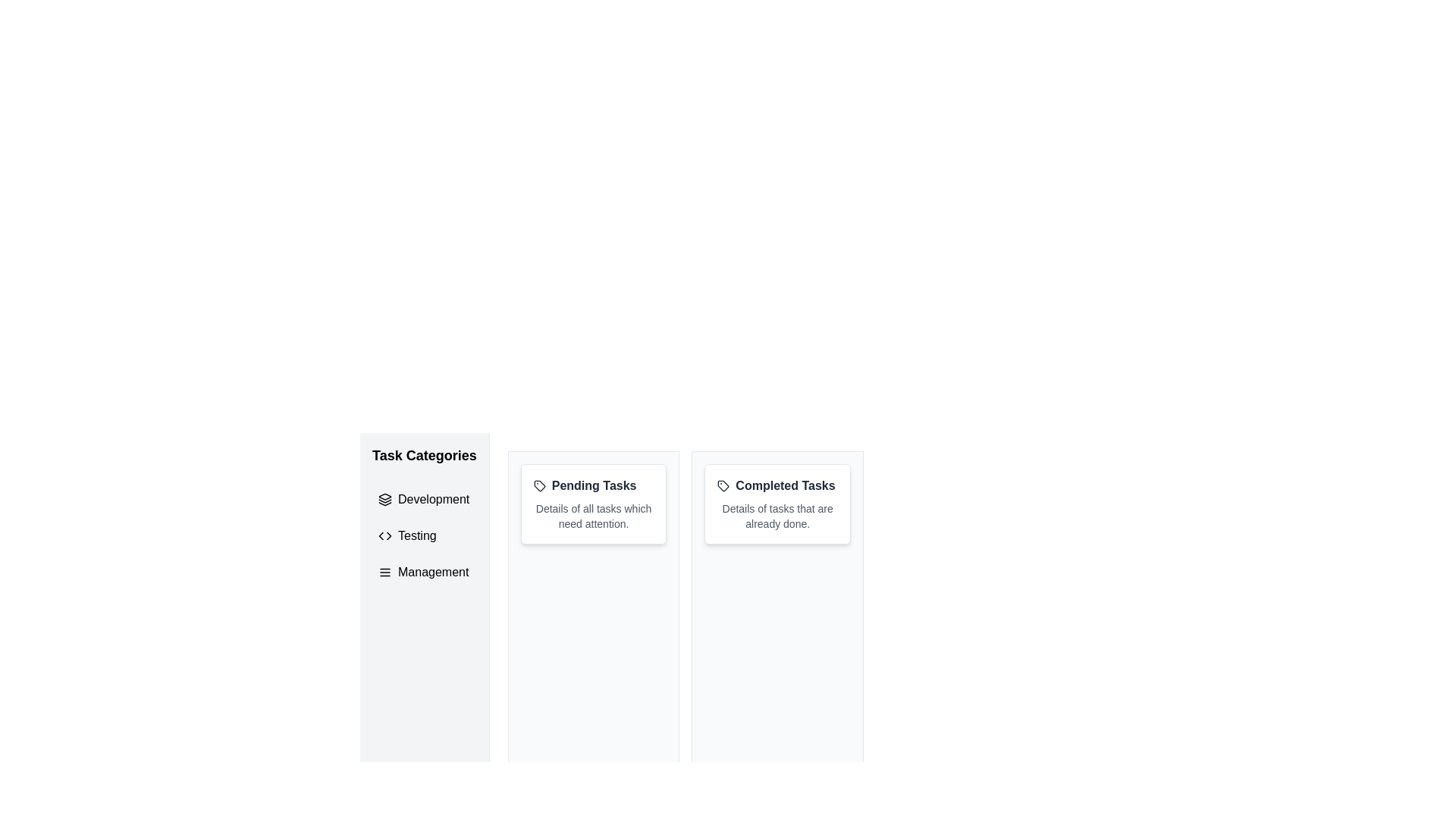 This screenshot has width=1456, height=819. Describe the element at coordinates (417, 535) in the screenshot. I see `the text label reading 'Testing' located in the 'Task Categories' section, positioned between 'Development' and 'Management'` at that location.